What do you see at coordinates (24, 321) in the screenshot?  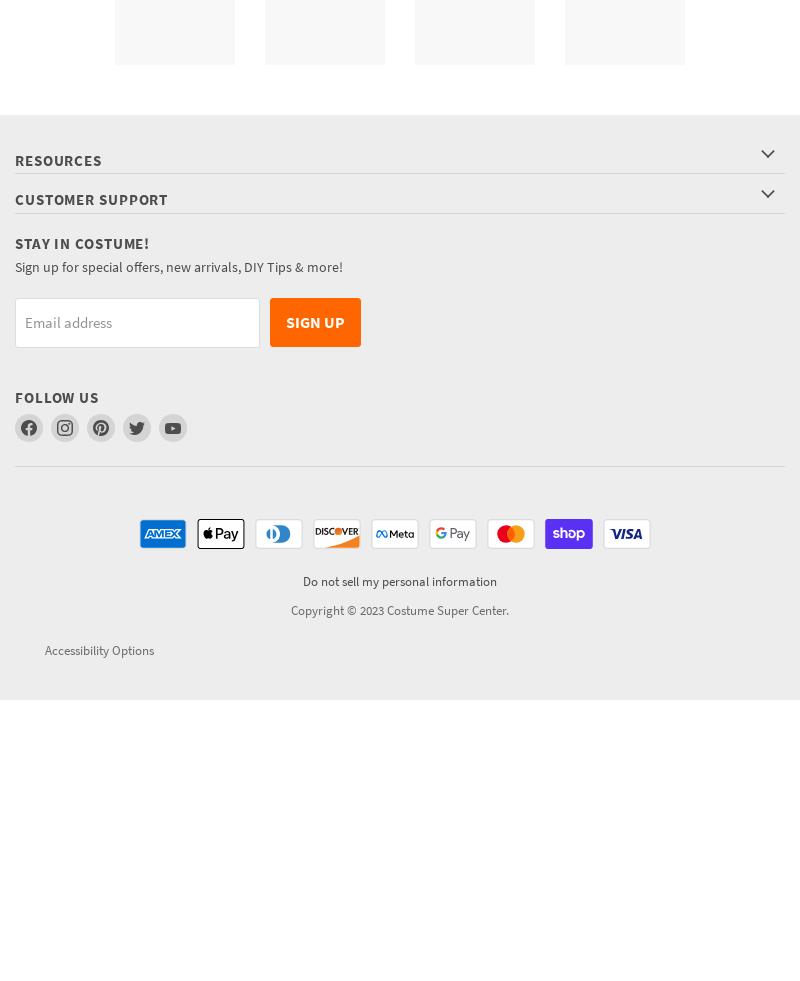 I see `'Email address'` at bounding box center [24, 321].